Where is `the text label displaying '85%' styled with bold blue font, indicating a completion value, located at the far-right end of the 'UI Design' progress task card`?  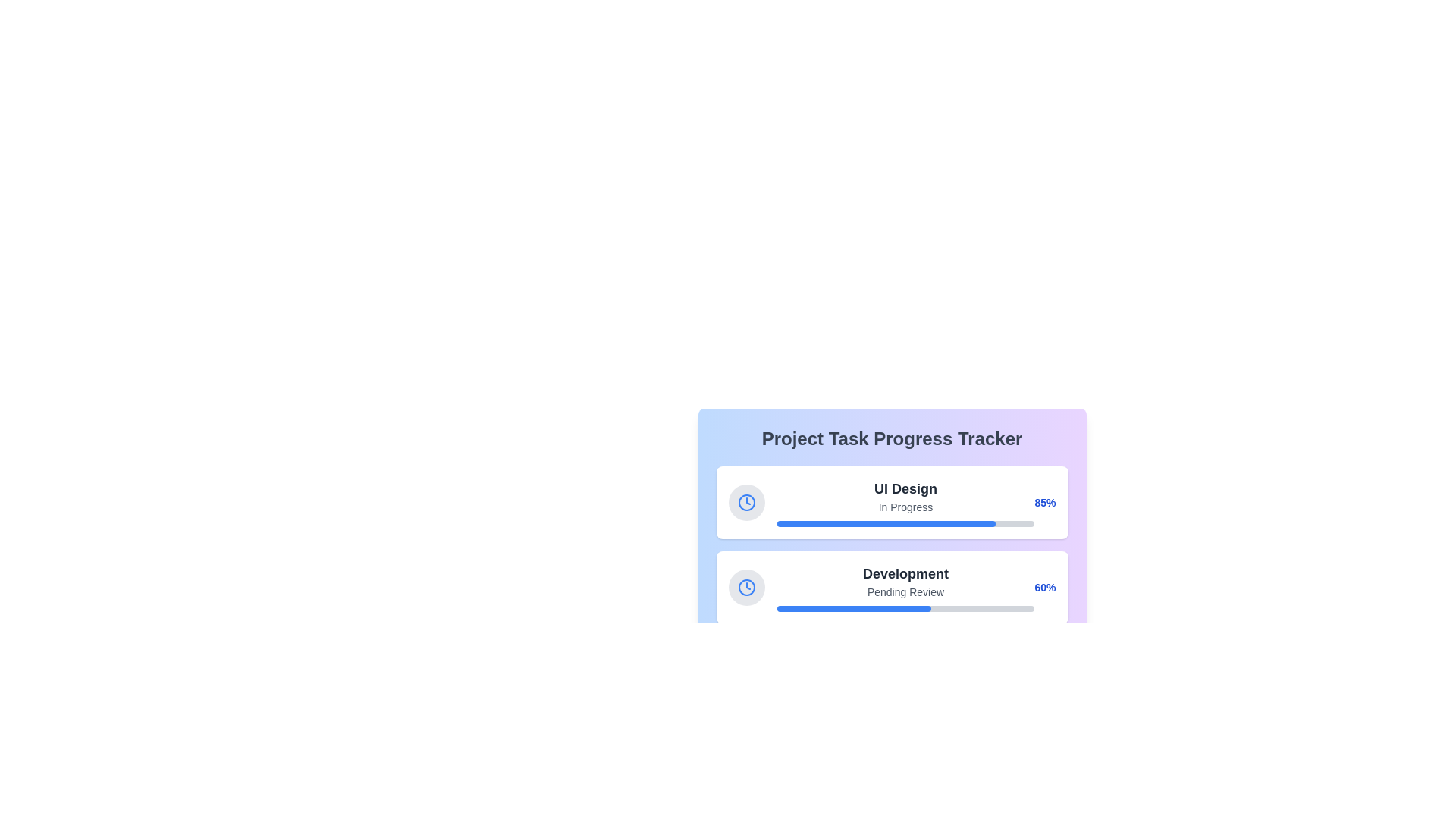 the text label displaying '85%' styled with bold blue font, indicating a completion value, located at the far-right end of the 'UI Design' progress task card is located at coordinates (1044, 503).